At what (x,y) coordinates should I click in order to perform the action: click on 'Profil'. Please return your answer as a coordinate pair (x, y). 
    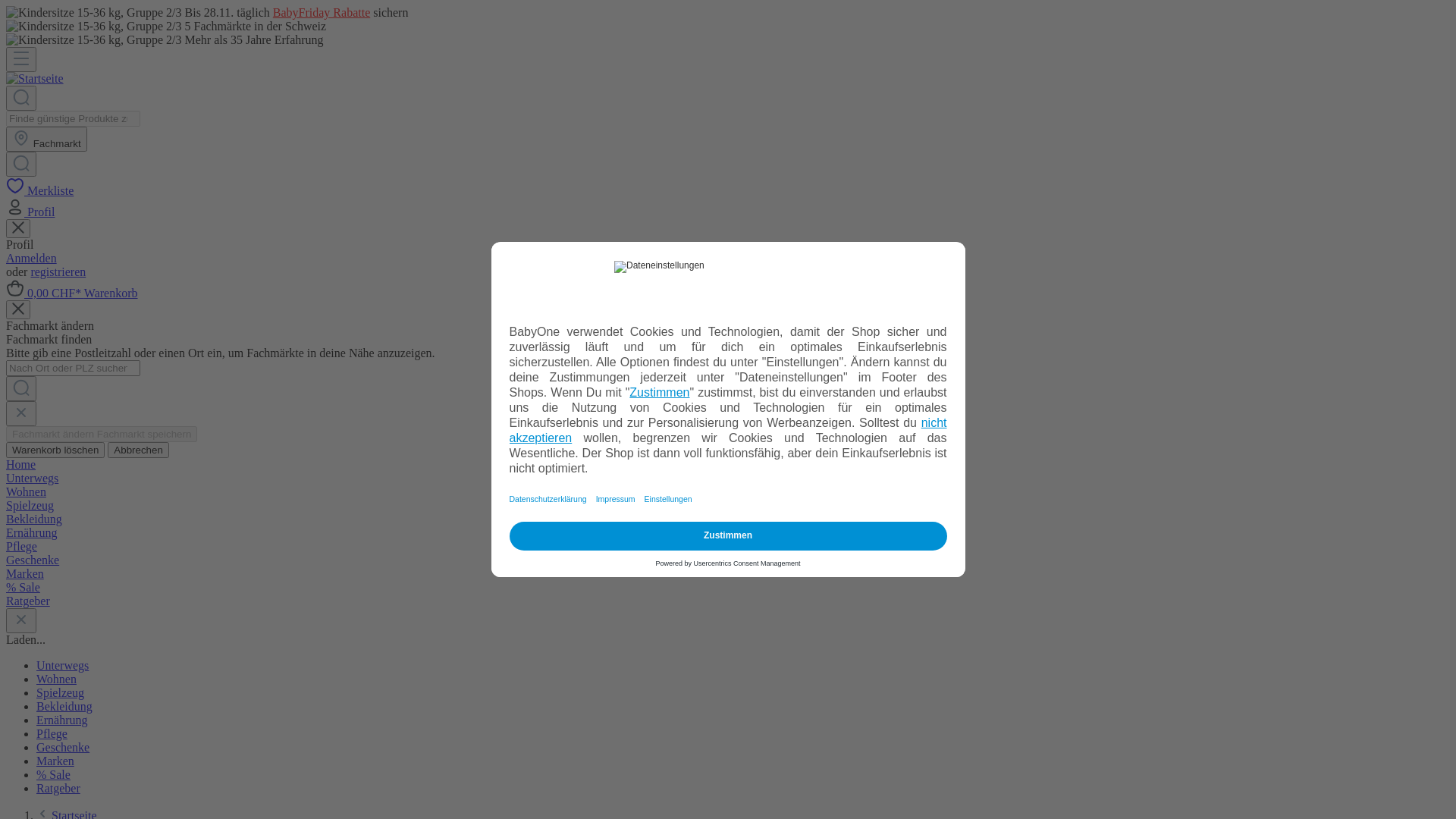
    Looking at the image, I should click on (30, 212).